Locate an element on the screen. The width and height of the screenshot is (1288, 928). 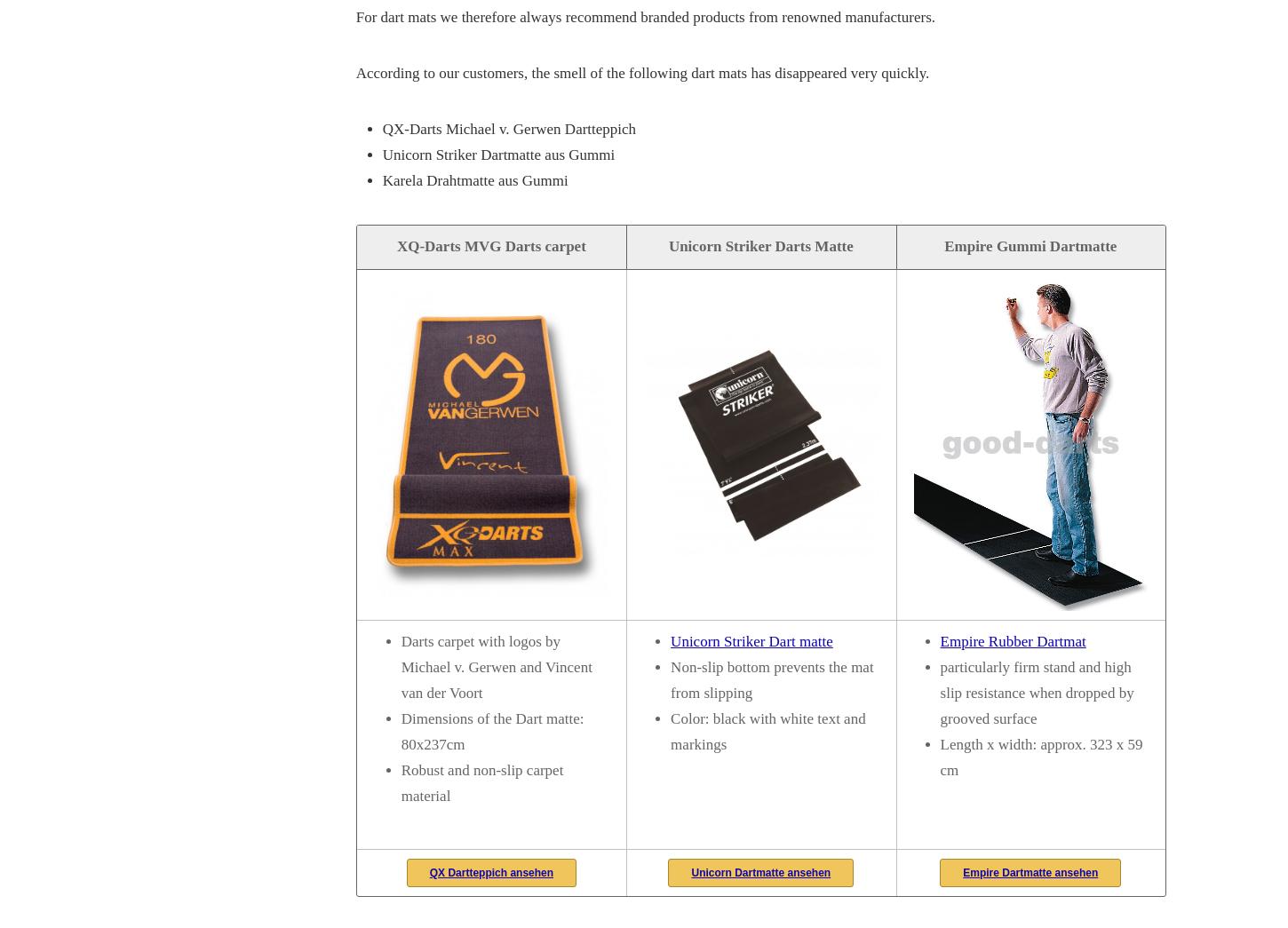
'Karela Drahtmatte aus Gummi' is located at coordinates (474, 179).